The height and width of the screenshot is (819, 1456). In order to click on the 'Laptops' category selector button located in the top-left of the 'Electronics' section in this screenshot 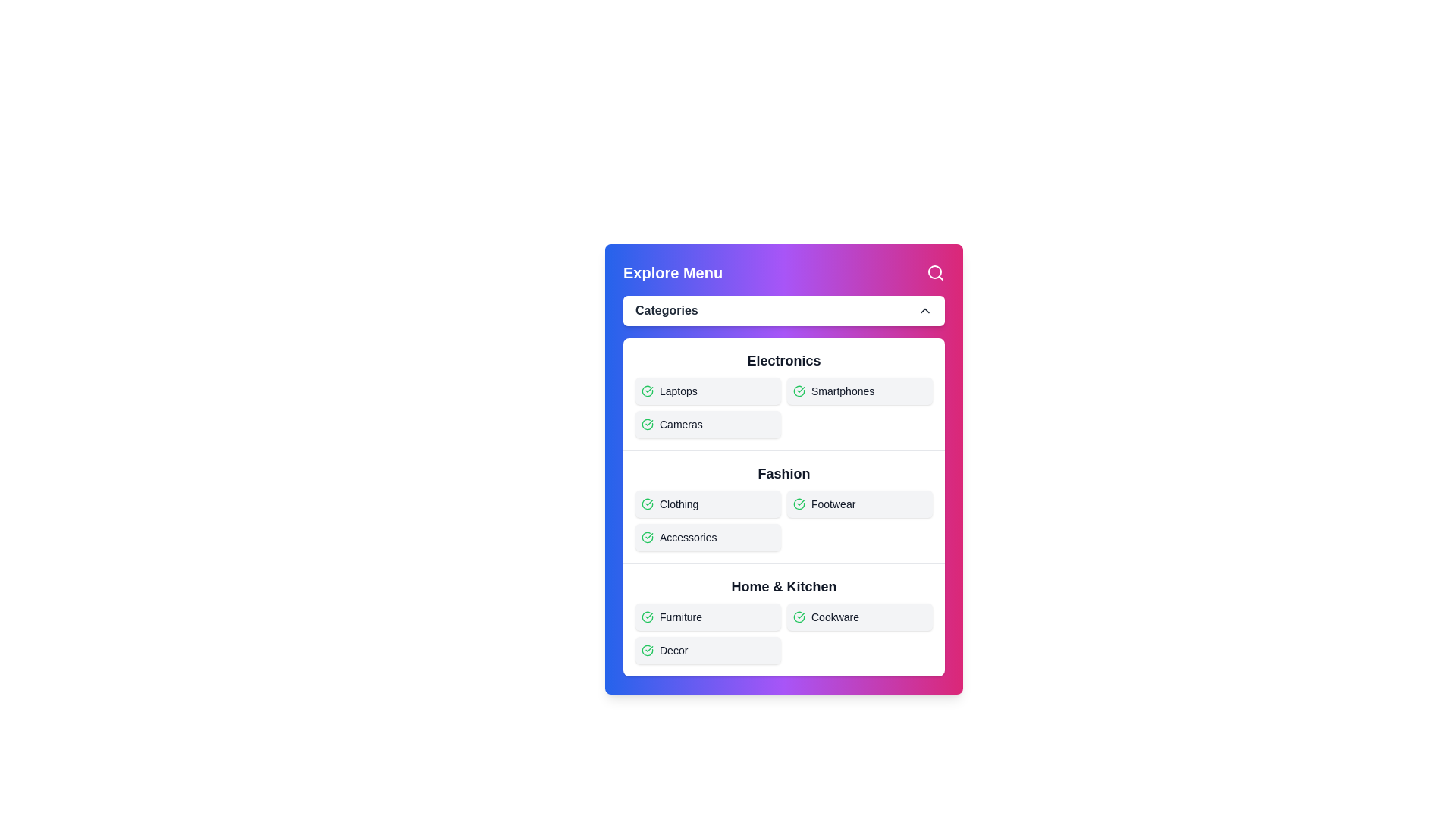, I will do `click(708, 391)`.